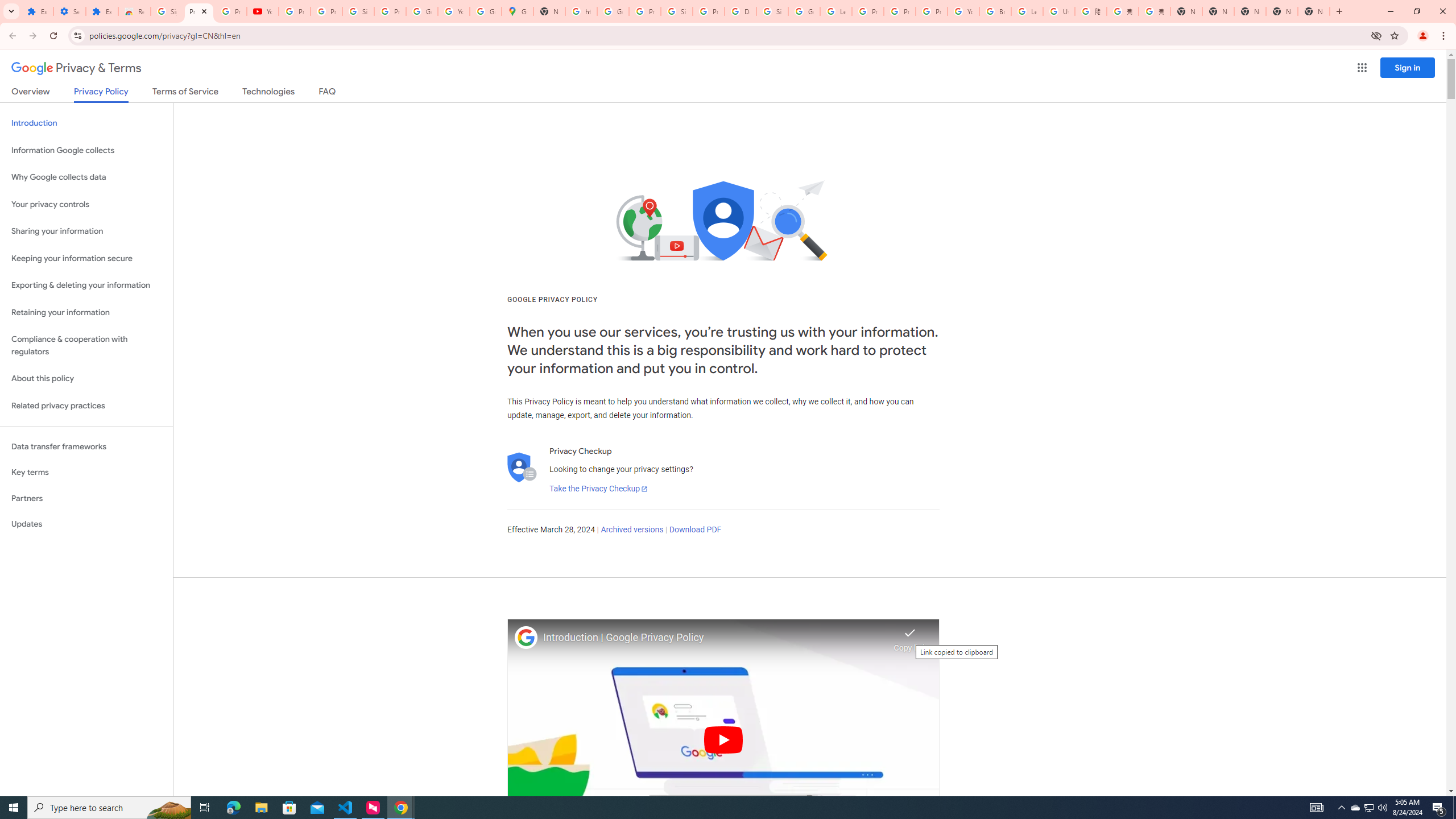  Describe the element at coordinates (86, 230) in the screenshot. I see `'Sharing your information'` at that location.